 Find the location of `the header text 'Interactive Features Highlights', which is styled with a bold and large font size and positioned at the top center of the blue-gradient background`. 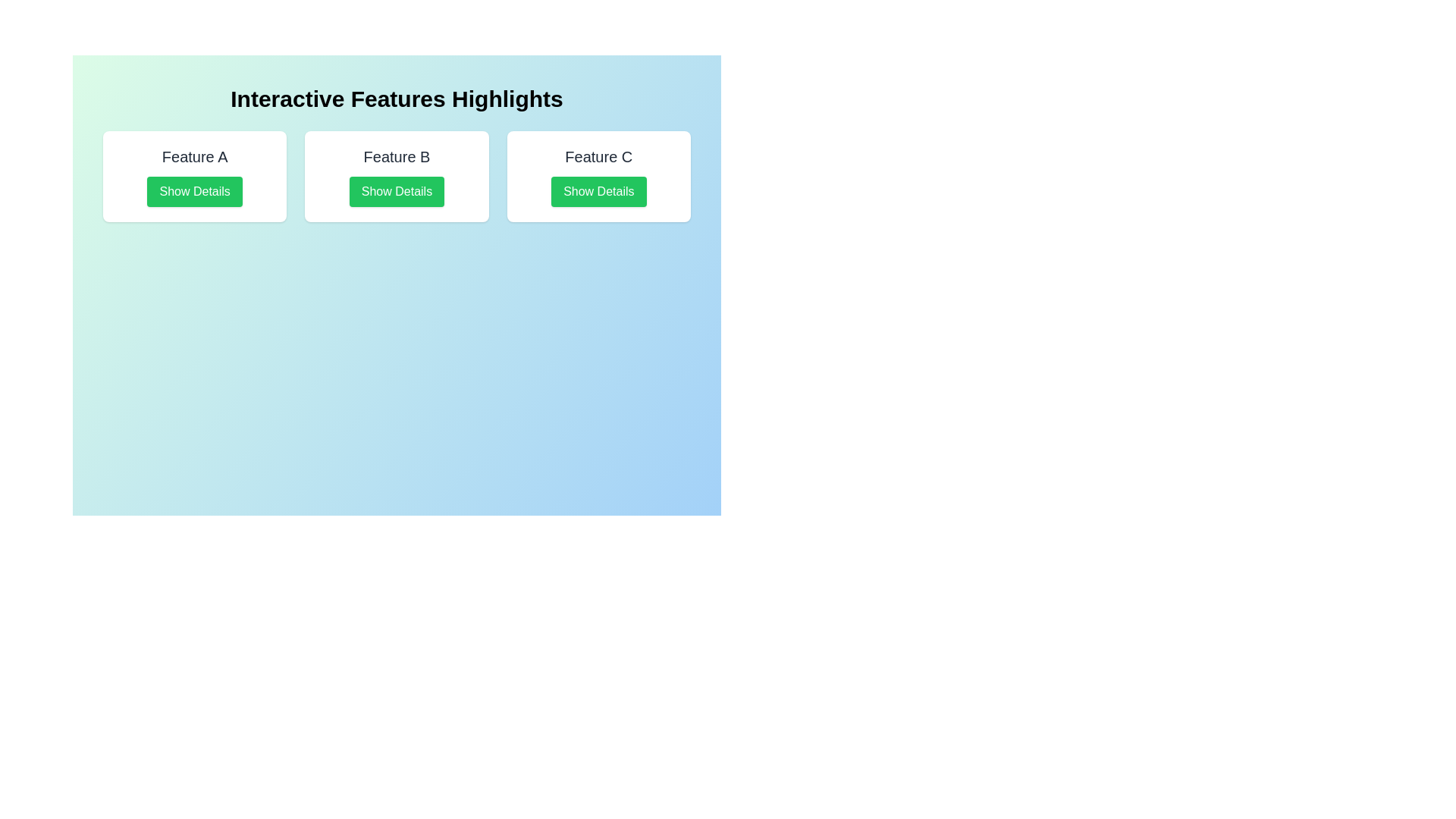

the header text 'Interactive Features Highlights', which is styled with a bold and large font size and positioned at the top center of the blue-gradient background is located at coordinates (397, 99).